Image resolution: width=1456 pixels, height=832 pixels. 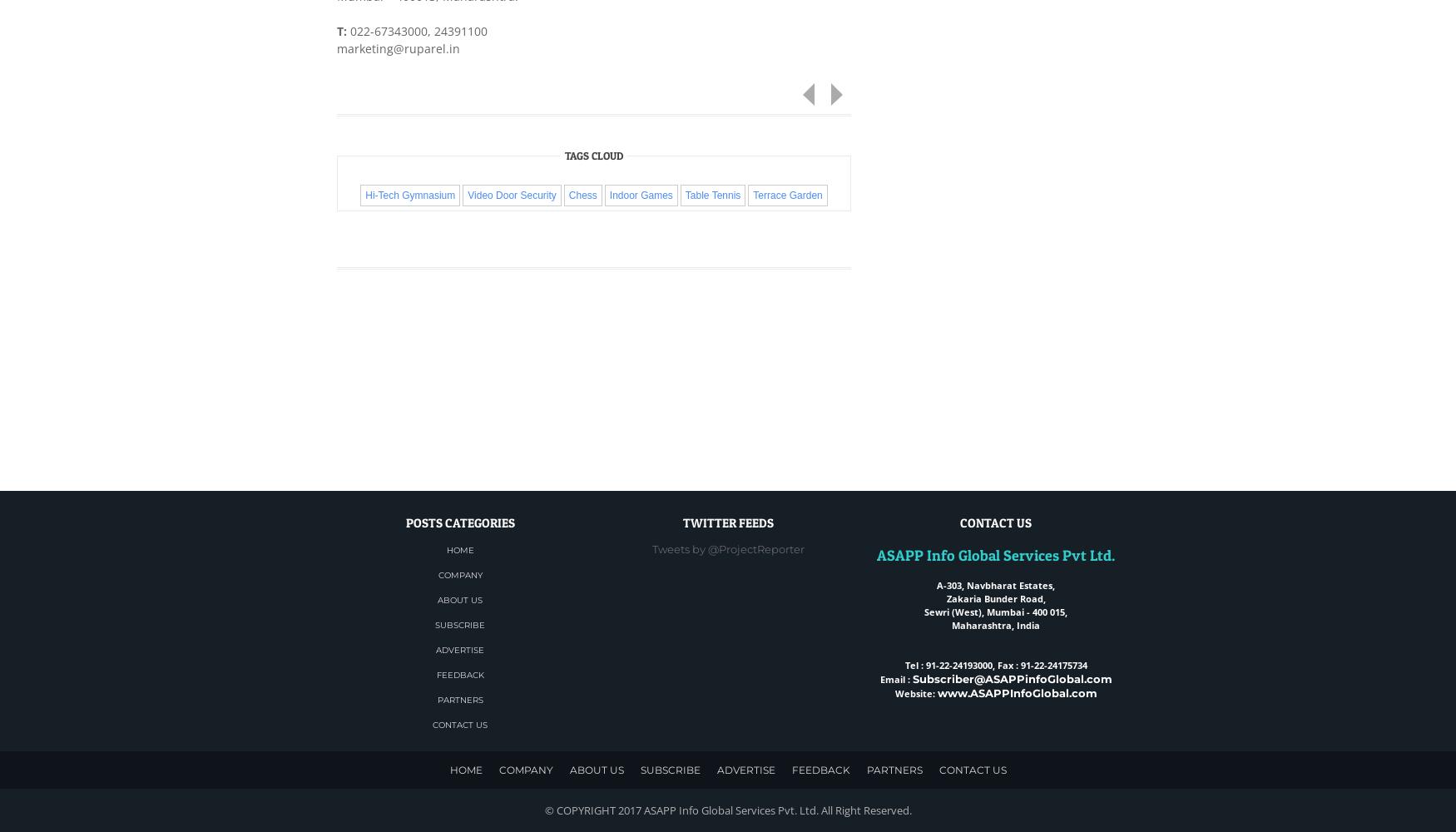 I want to click on 'Twitter Feeds', so click(x=727, y=522).